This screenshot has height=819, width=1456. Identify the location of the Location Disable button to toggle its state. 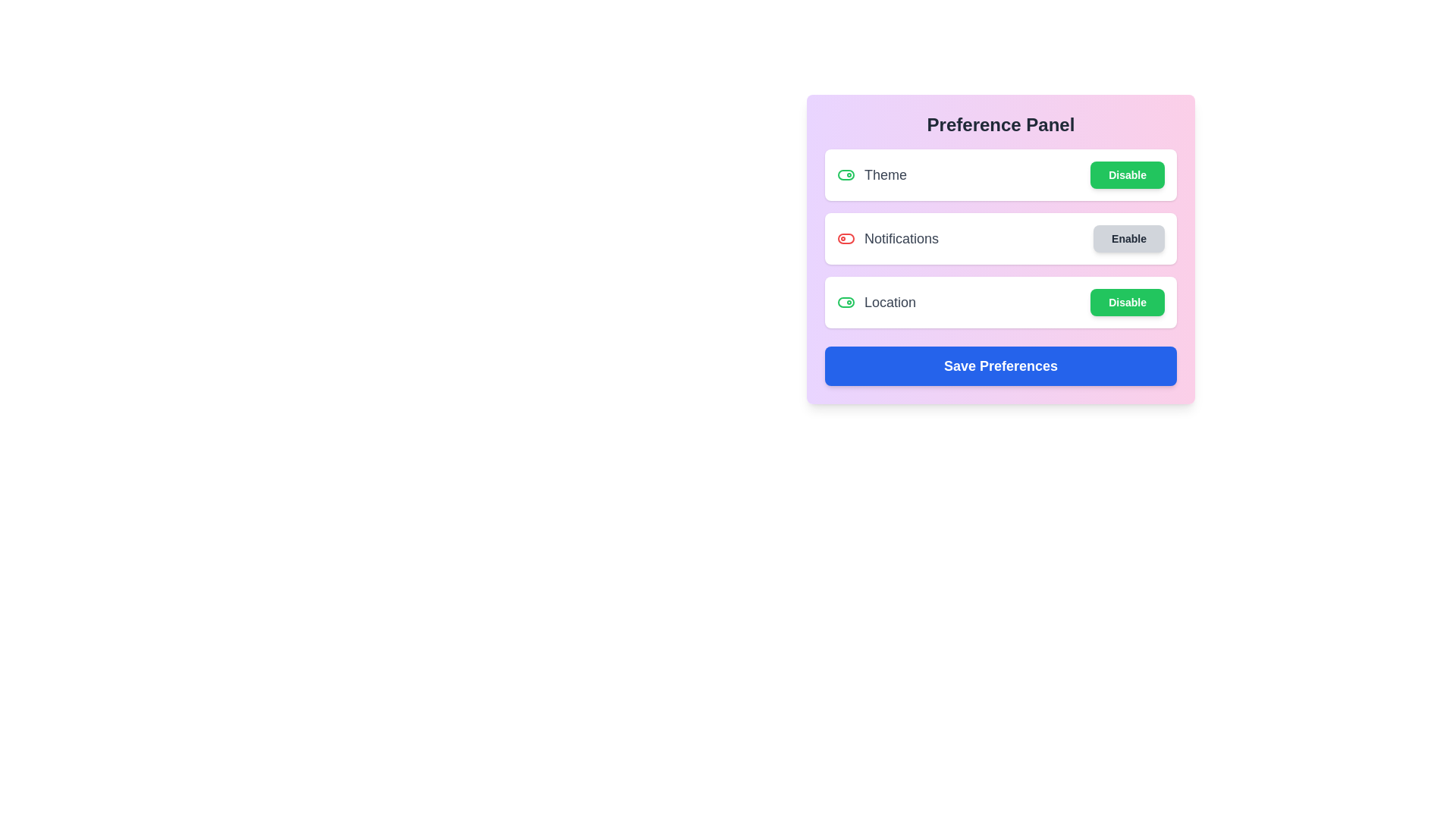
(1128, 302).